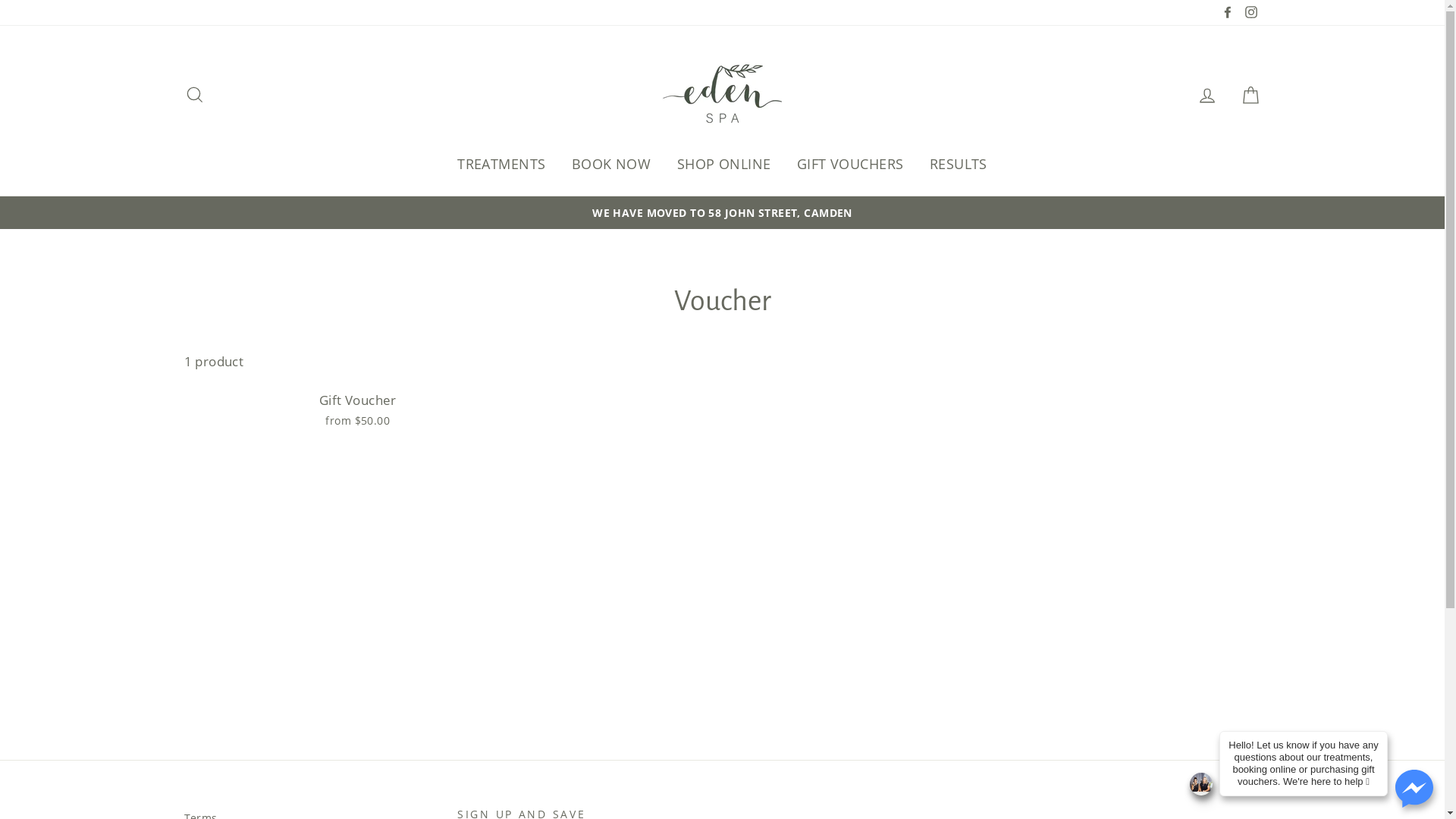 The image size is (1456, 819). What do you see at coordinates (611, 164) in the screenshot?
I see `'BOOK NOW'` at bounding box center [611, 164].